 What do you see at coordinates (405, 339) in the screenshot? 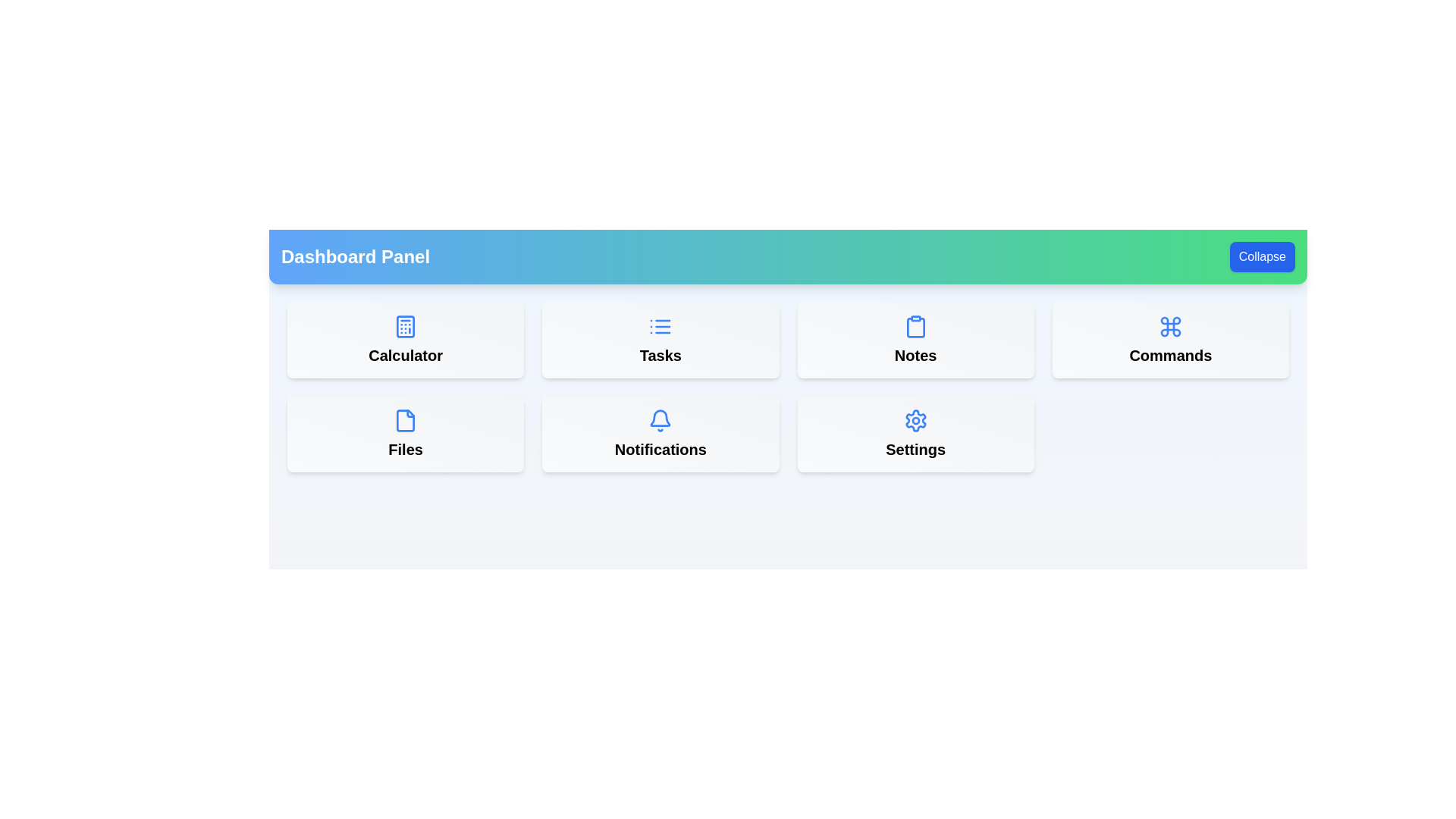
I see `the menu item labeled Calculator` at bounding box center [405, 339].